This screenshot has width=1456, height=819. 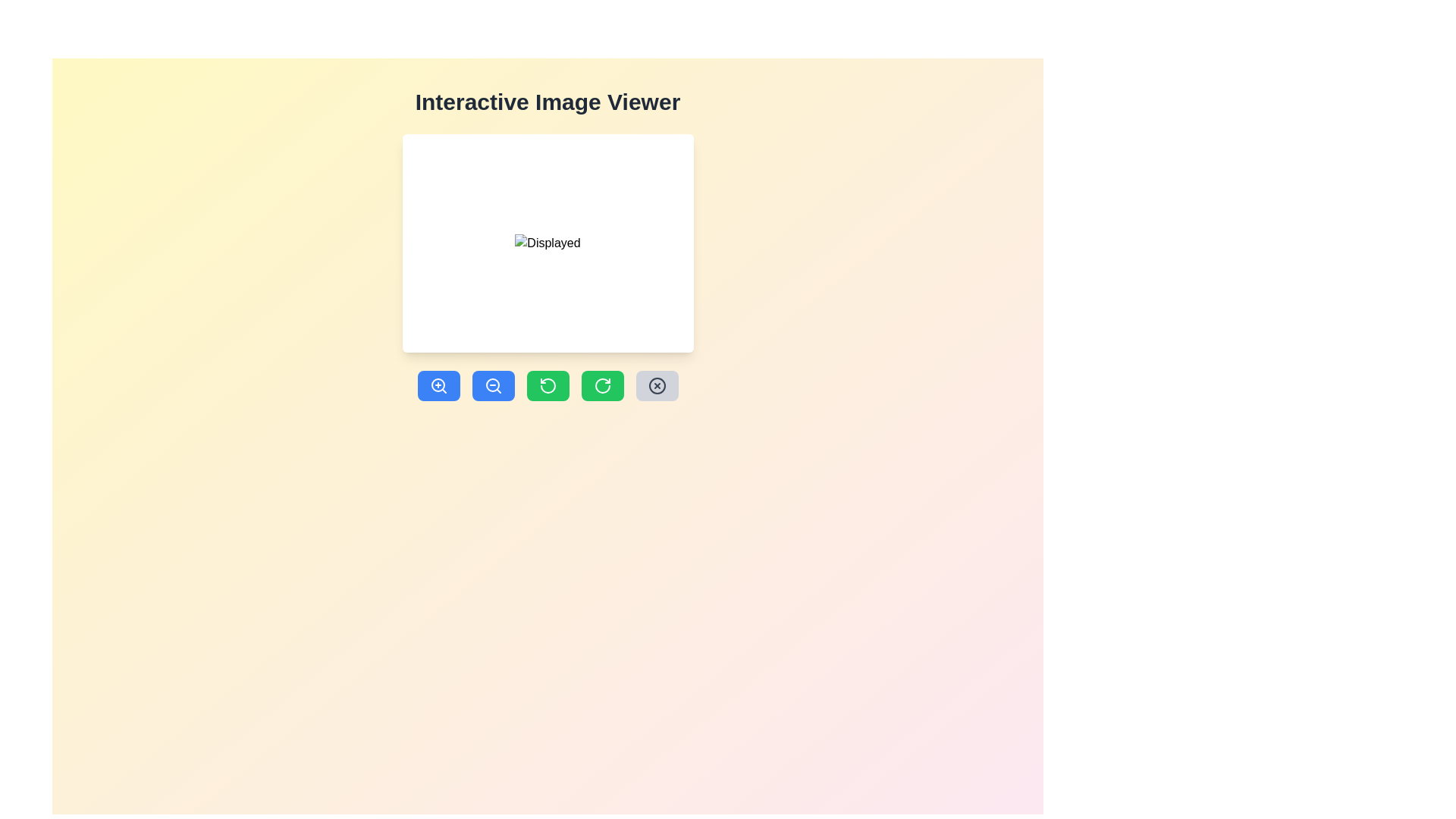 I want to click on the third button from the left, located below the main image viewer, so click(x=547, y=385).